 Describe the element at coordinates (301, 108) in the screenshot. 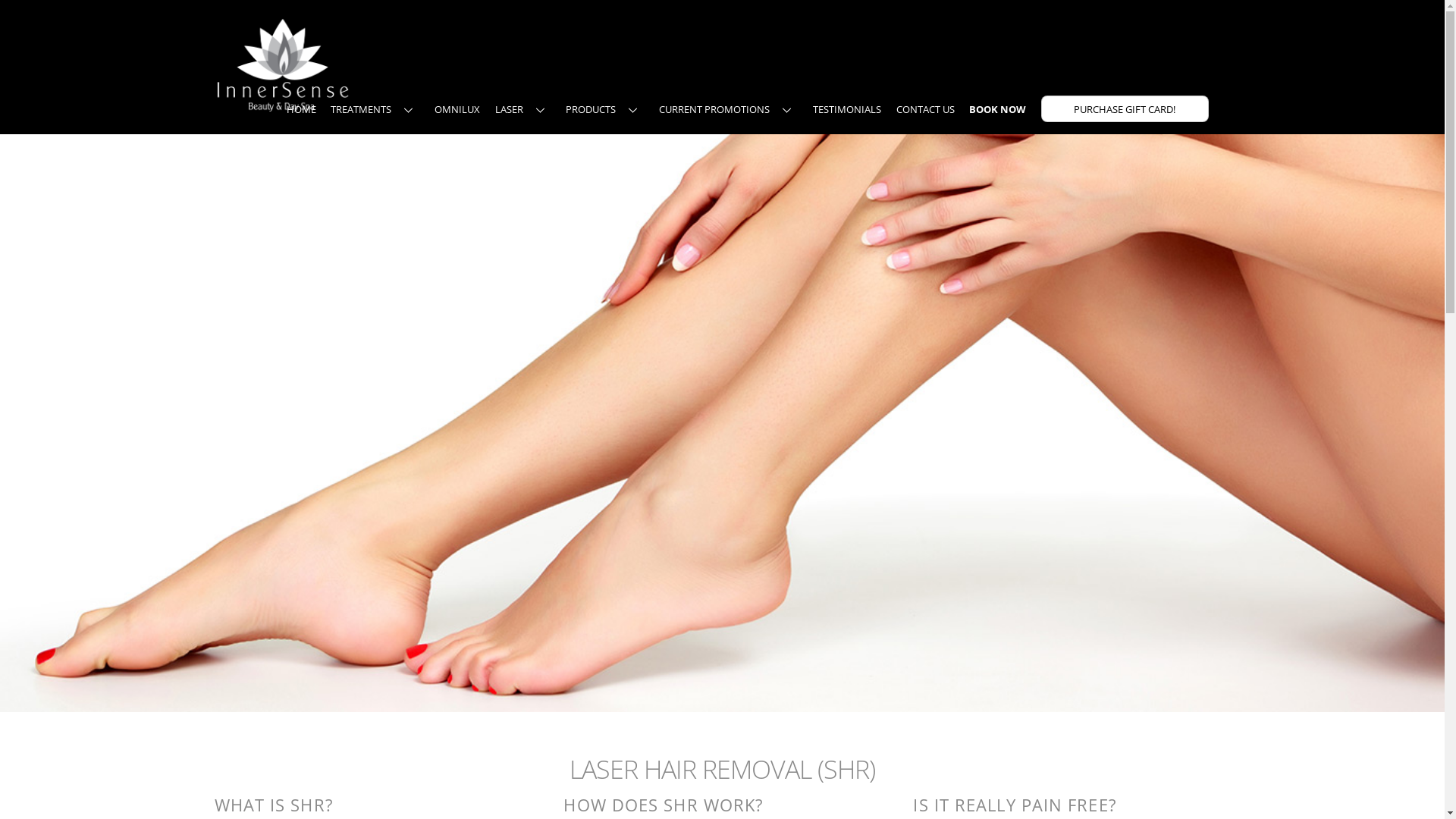

I see `'HOME'` at that location.